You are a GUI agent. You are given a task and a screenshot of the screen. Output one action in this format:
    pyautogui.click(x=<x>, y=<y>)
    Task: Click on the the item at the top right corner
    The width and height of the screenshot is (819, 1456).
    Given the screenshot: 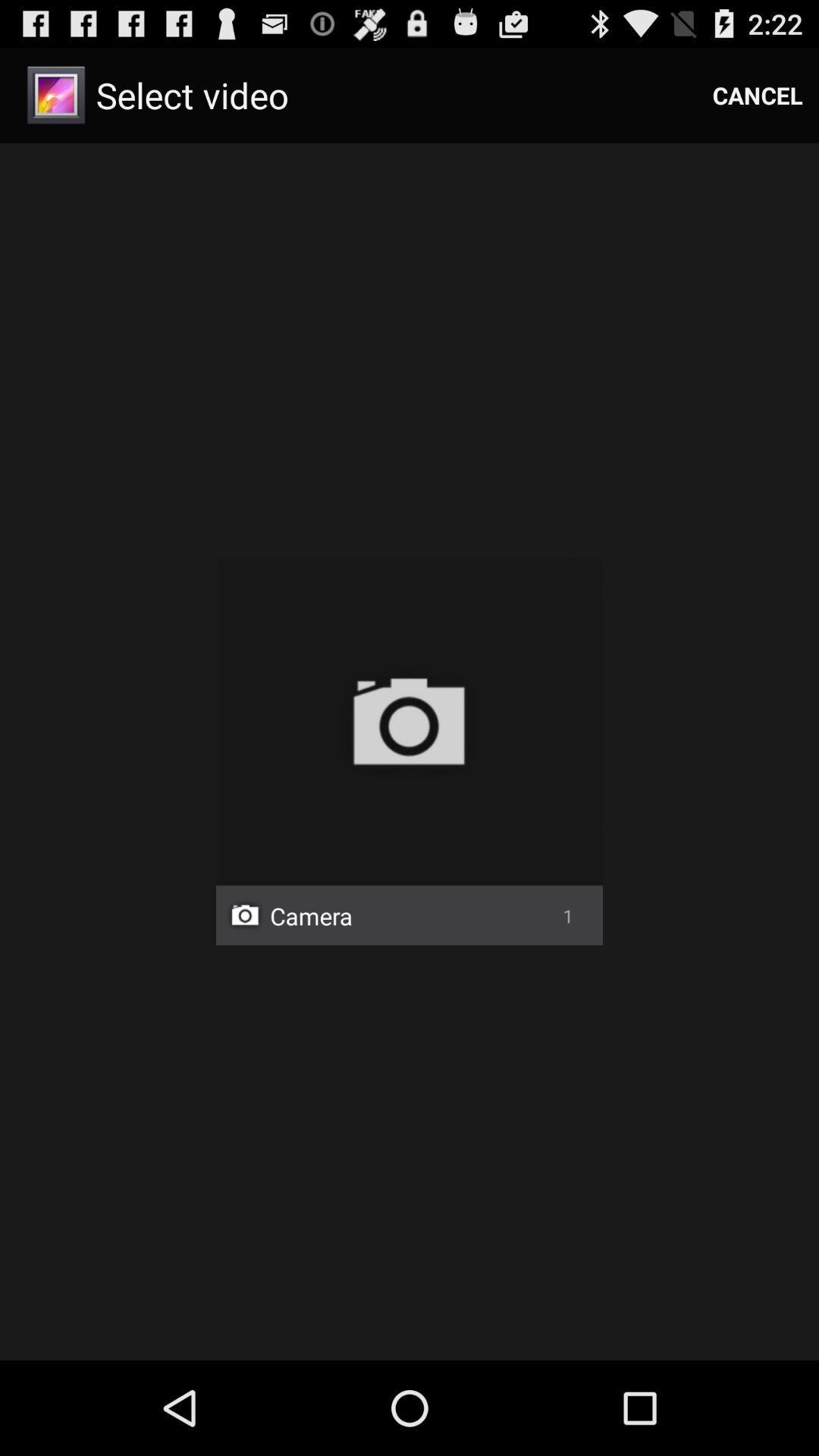 What is the action you would take?
    pyautogui.click(x=758, y=94)
    